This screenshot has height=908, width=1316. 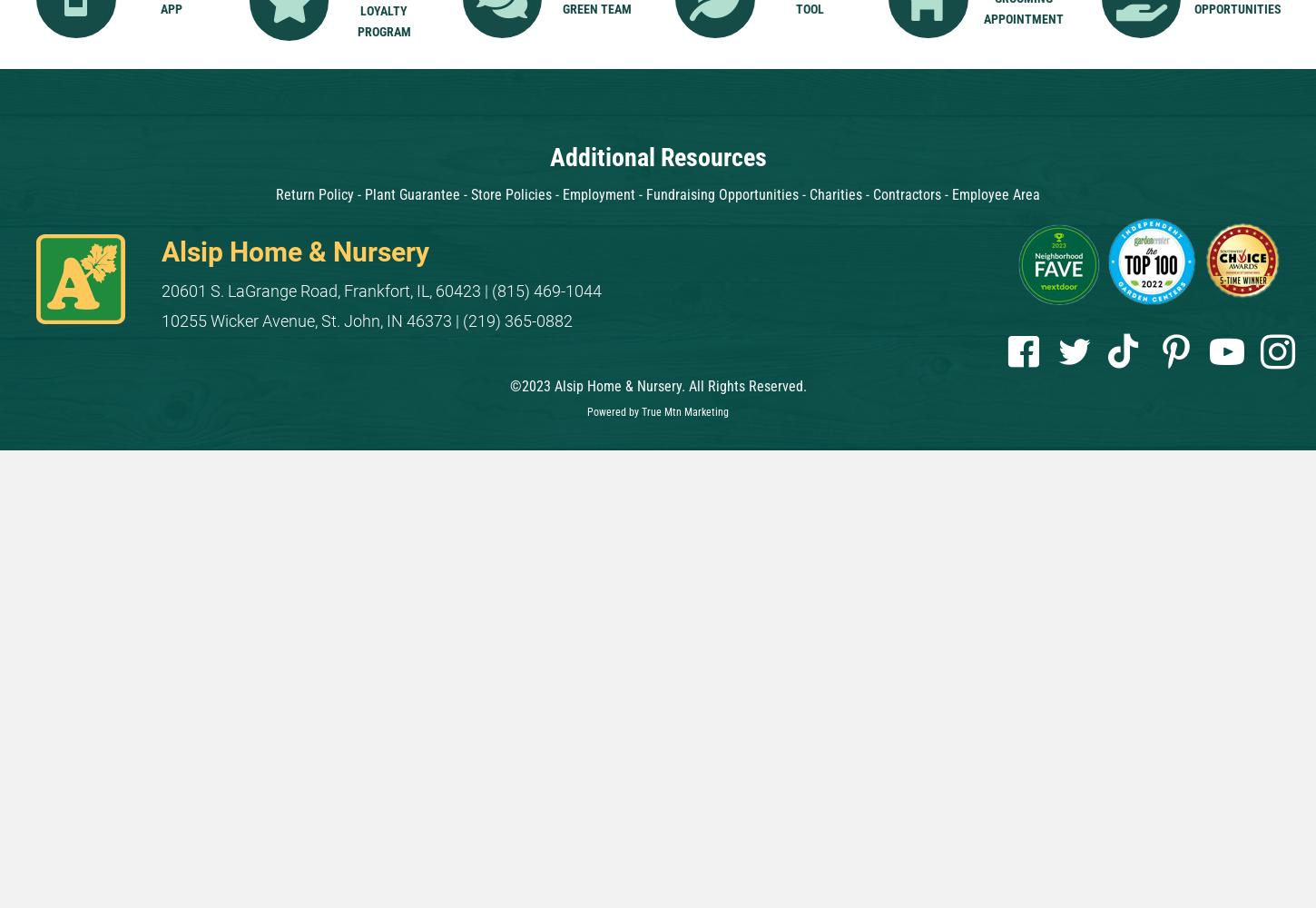 What do you see at coordinates (382, 21) in the screenshot?
I see `'LOYALTY PROGRAM'` at bounding box center [382, 21].